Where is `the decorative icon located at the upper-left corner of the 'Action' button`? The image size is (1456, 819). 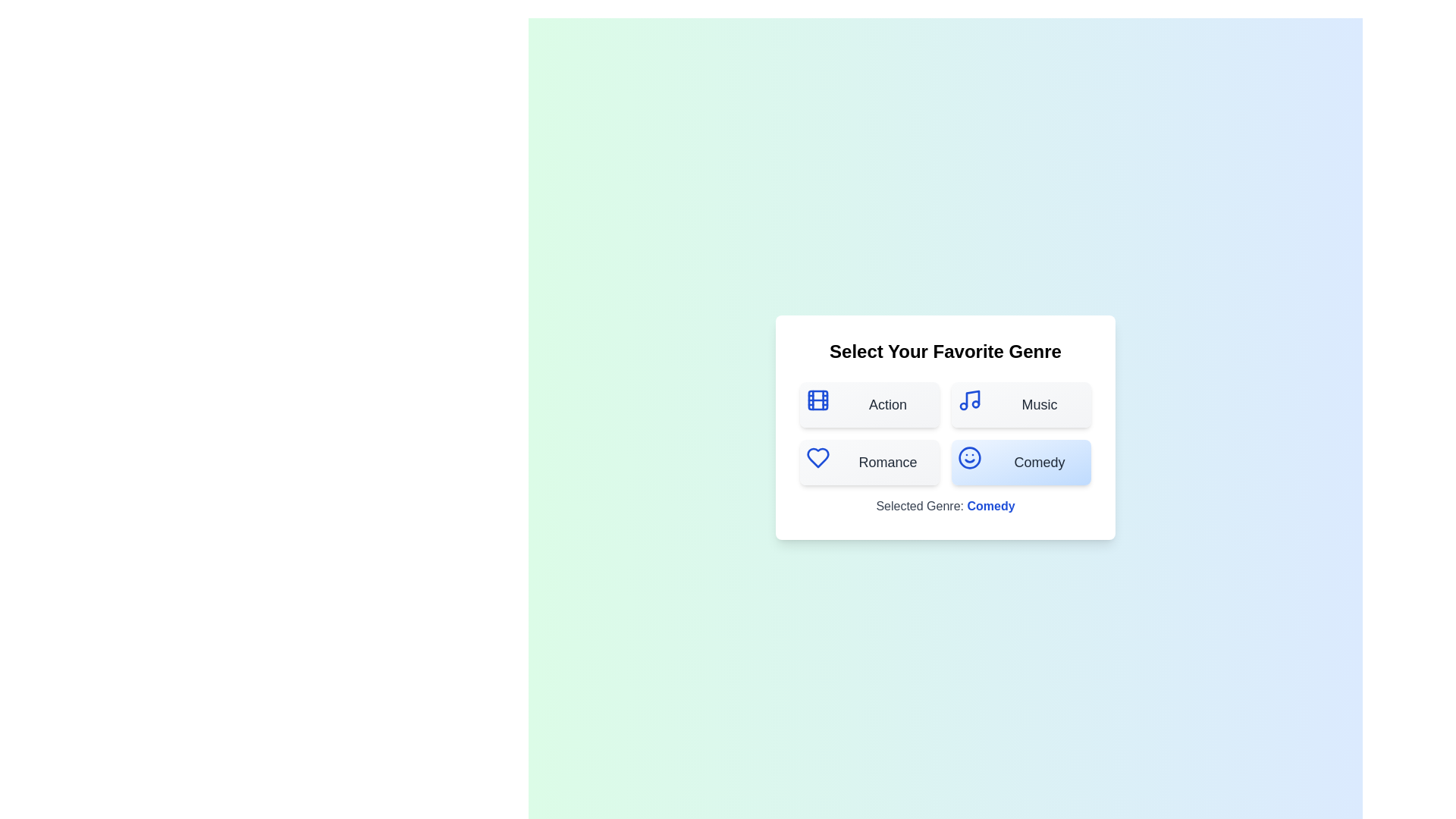
the decorative icon located at the upper-left corner of the 'Action' button is located at coordinates (817, 400).